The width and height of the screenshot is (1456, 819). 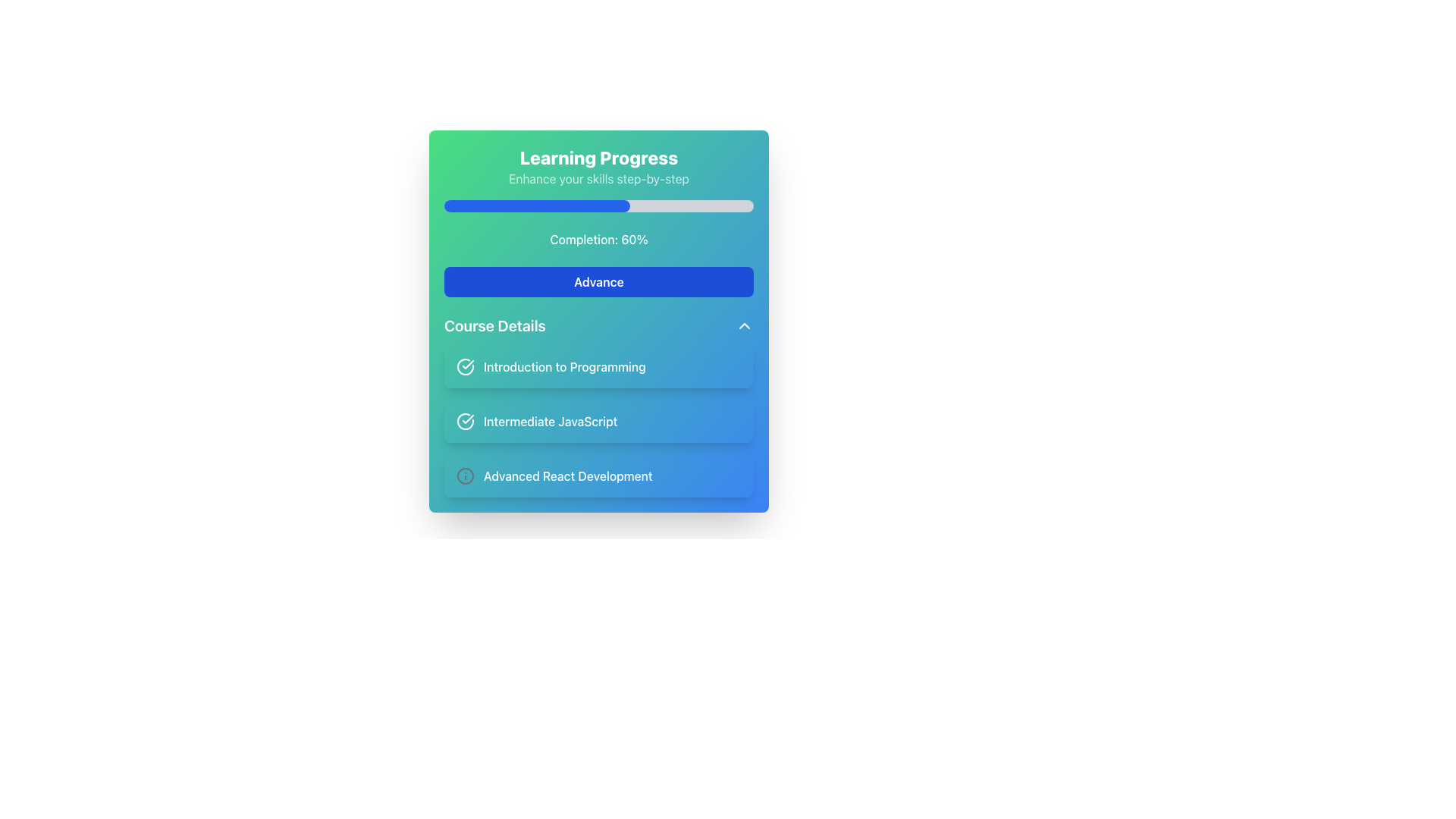 What do you see at coordinates (465, 366) in the screenshot?
I see `the completion status icon for the 'Introduction to Programming' course located in the 'Course Details' section, which is to the left of the course title` at bounding box center [465, 366].